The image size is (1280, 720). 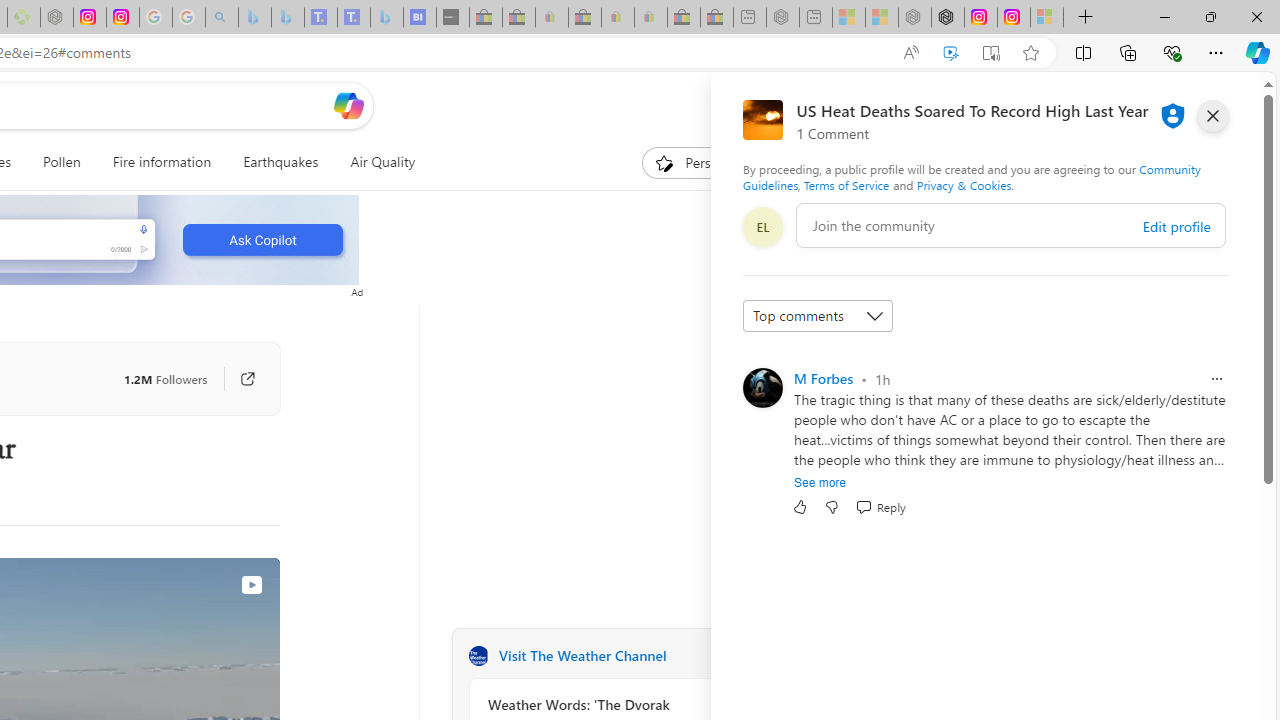 What do you see at coordinates (946, 17) in the screenshot?
I see `'Nordace - Summer Adventures 2024'` at bounding box center [946, 17].